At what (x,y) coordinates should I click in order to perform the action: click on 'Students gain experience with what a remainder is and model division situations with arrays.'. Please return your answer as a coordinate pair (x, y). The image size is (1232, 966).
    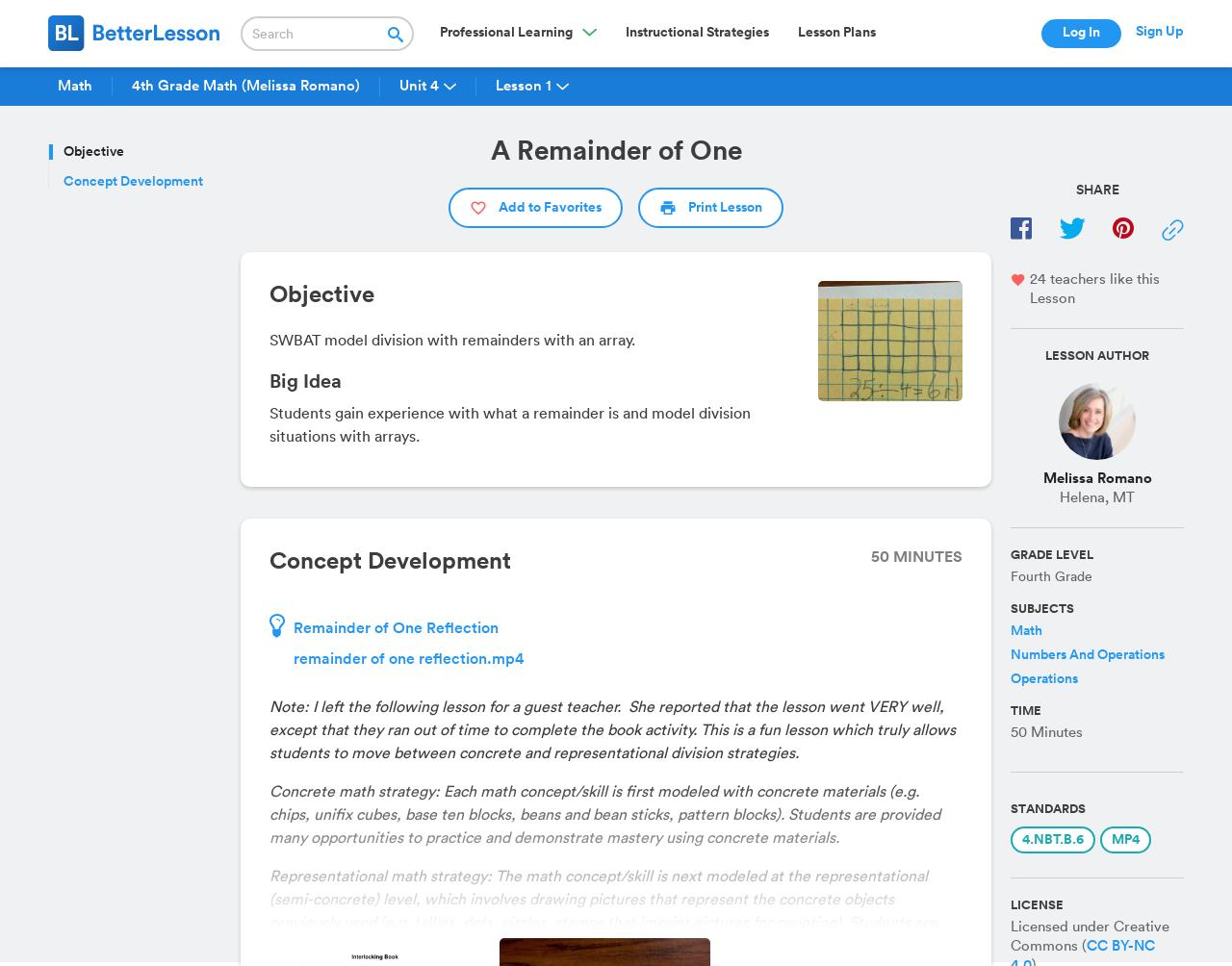
    Looking at the image, I should click on (510, 423).